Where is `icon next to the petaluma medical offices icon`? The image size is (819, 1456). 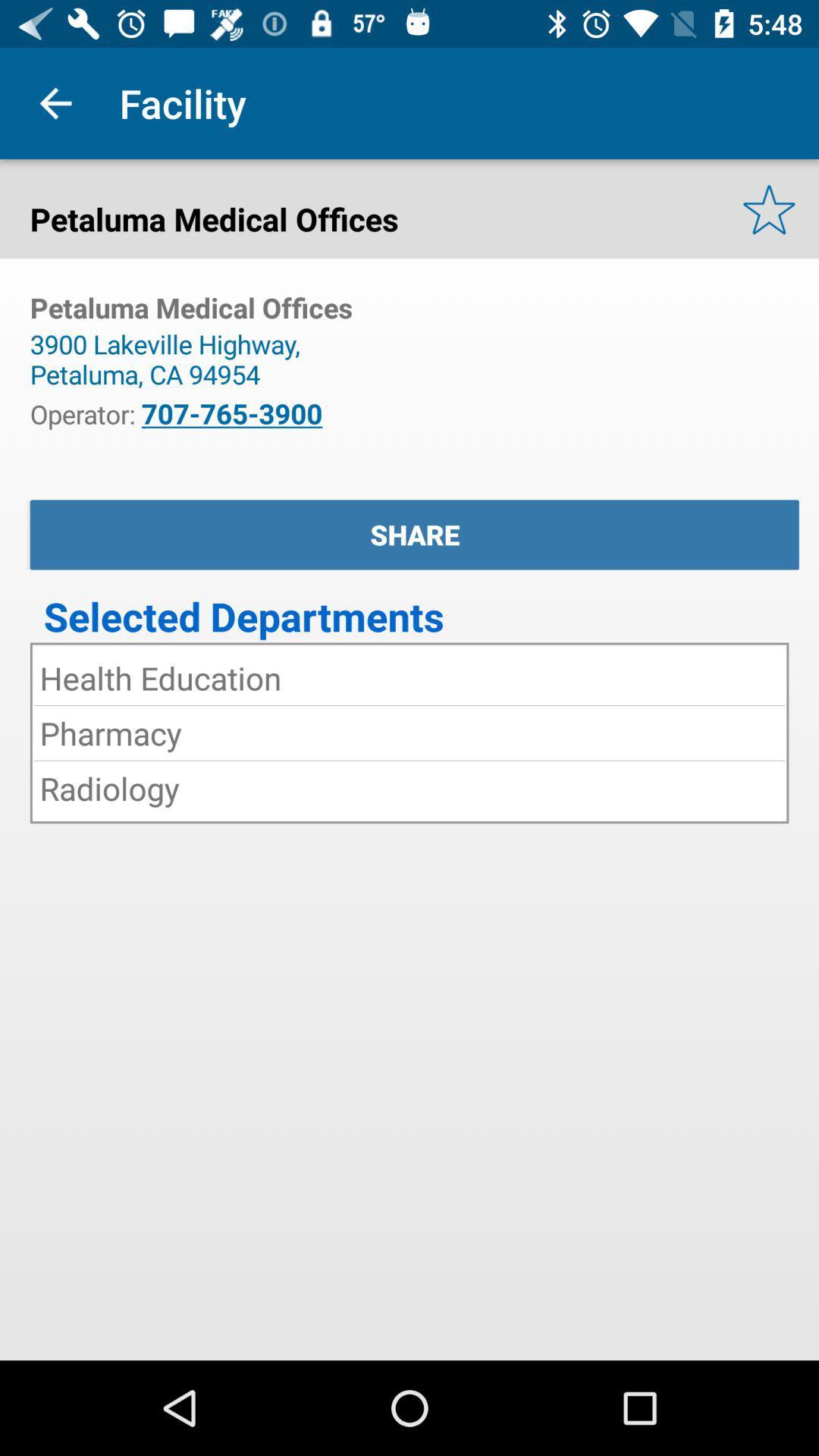
icon next to the petaluma medical offices icon is located at coordinates (769, 208).